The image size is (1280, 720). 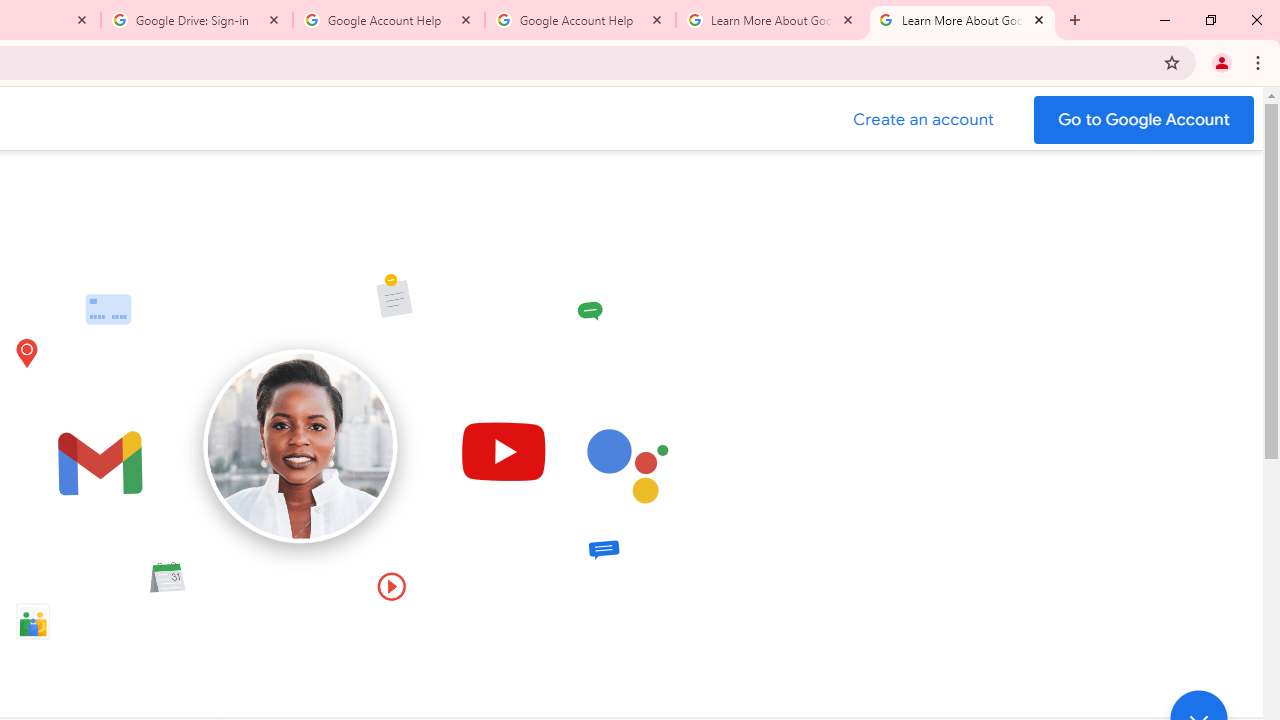 What do you see at coordinates (1144, 119) in the screenshot?
I see `'Go to your Google Account'` at bounding box center [1144, 119].